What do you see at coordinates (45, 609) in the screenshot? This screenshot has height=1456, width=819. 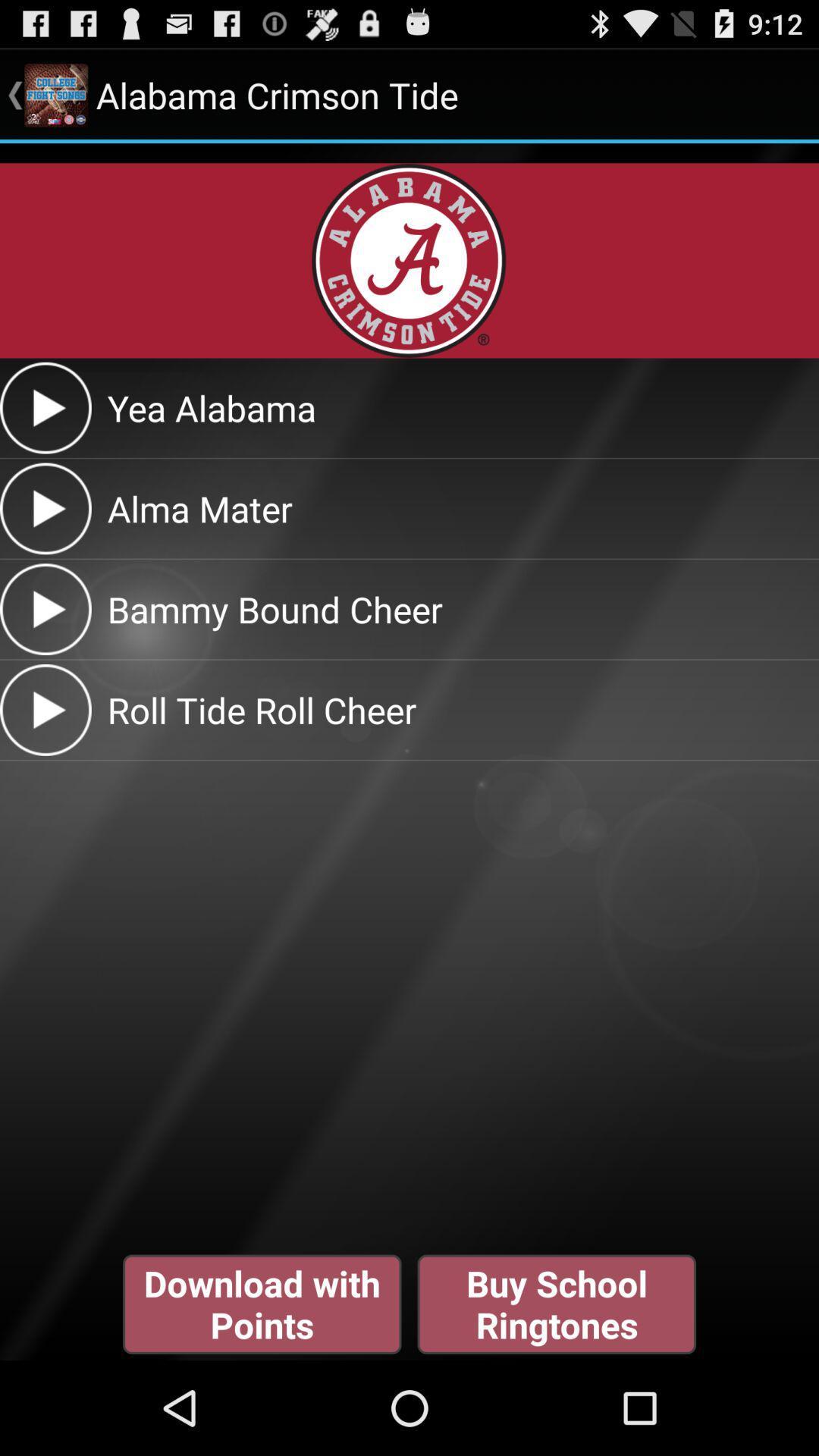 I see `audio` at bounding box center [45, 609].